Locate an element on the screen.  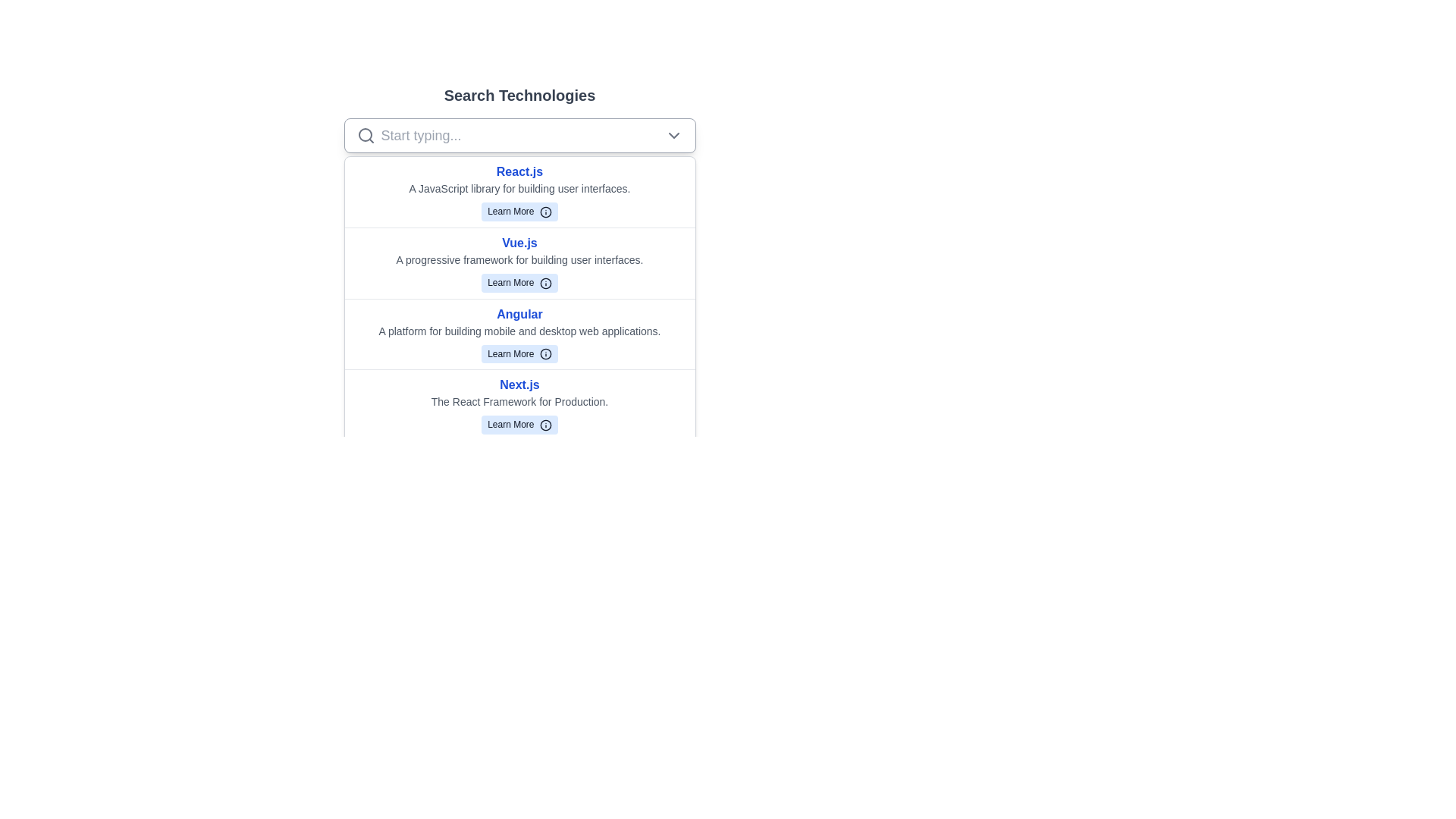
the button located at the bottom row under 'Next.js' that provides access to detailed information or resources is located at coordinates (519, 425).